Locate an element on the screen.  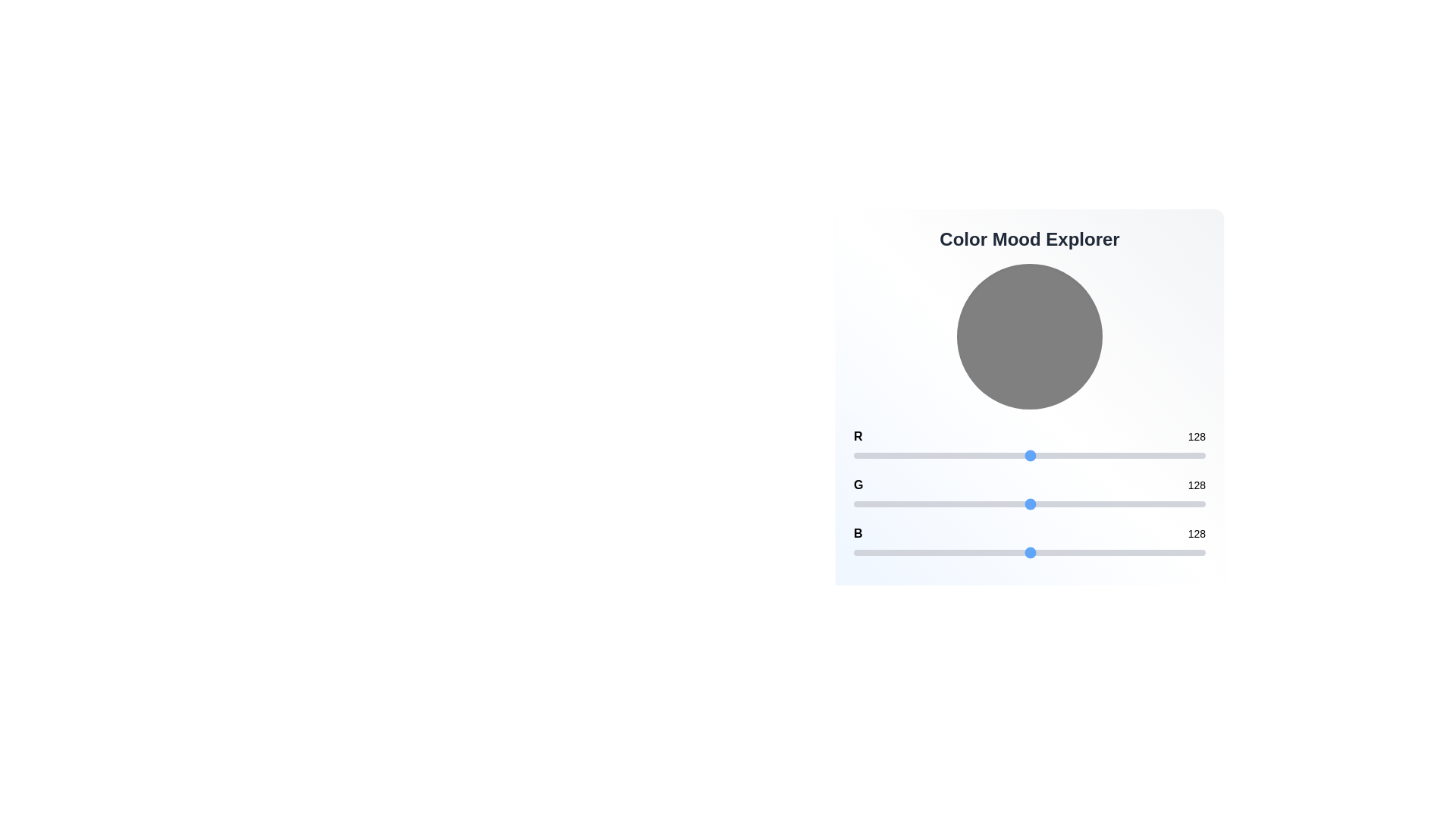
the blue channel slider to set the value to 112 is located at coordinates (1008, 553).